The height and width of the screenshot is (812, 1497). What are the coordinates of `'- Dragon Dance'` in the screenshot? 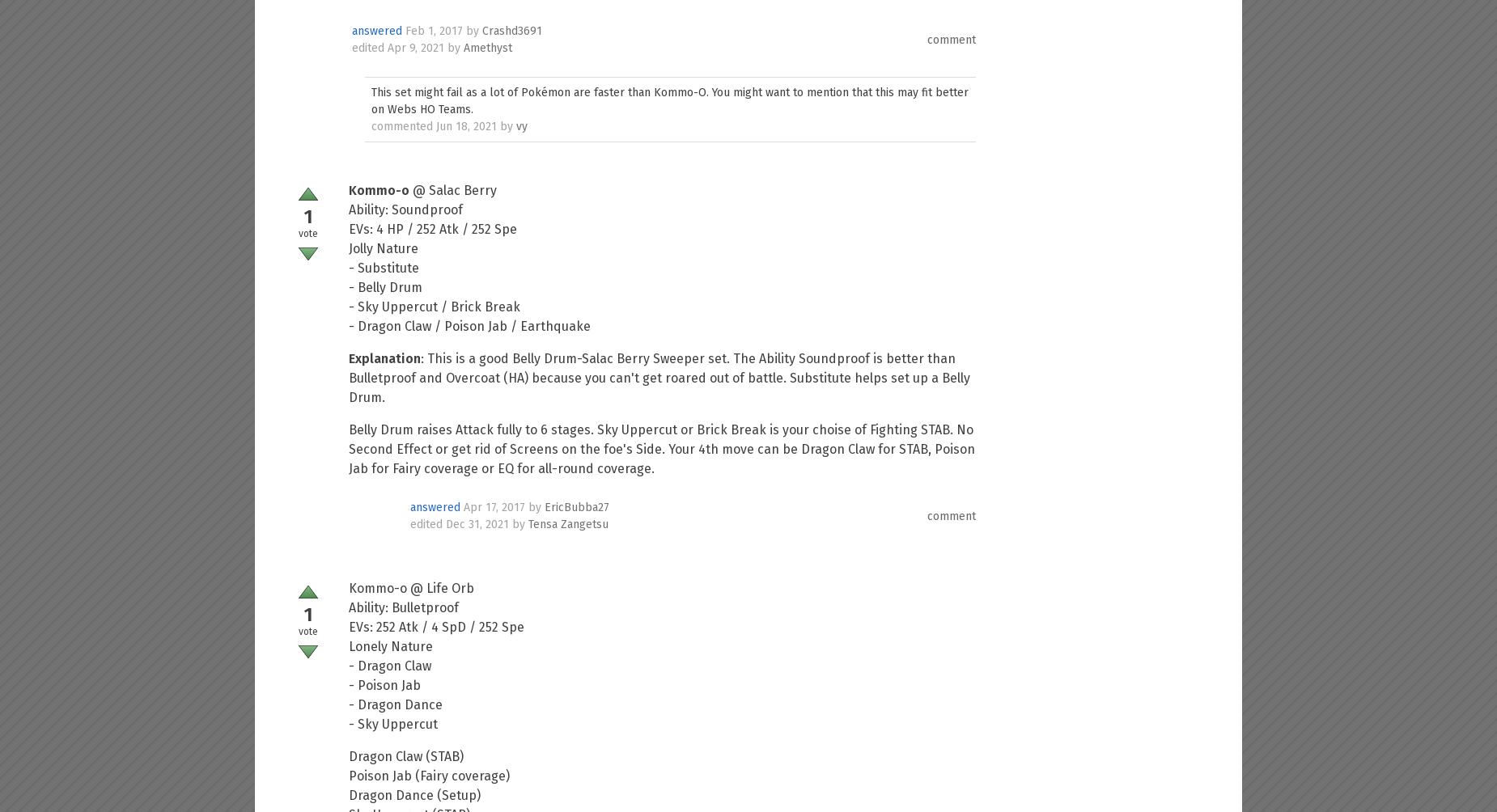 It's located at (395, 704).